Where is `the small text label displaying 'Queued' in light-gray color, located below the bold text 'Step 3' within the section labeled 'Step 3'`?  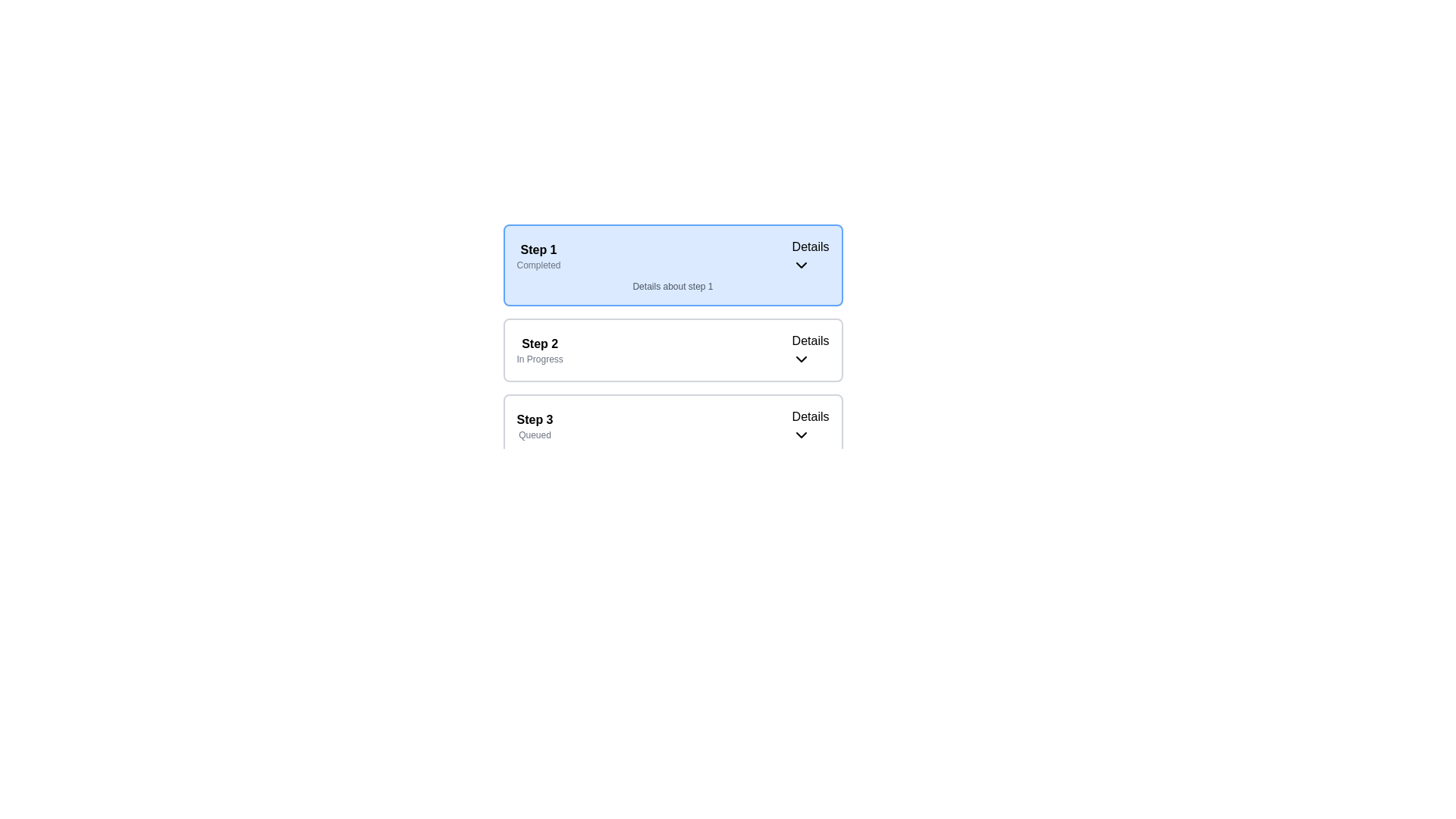
the small text label displaying 'Queued' in light-gray color, located below the bold text 'Step 3' within the section labeled 'Step 3' is located at coordinates (535, 435).